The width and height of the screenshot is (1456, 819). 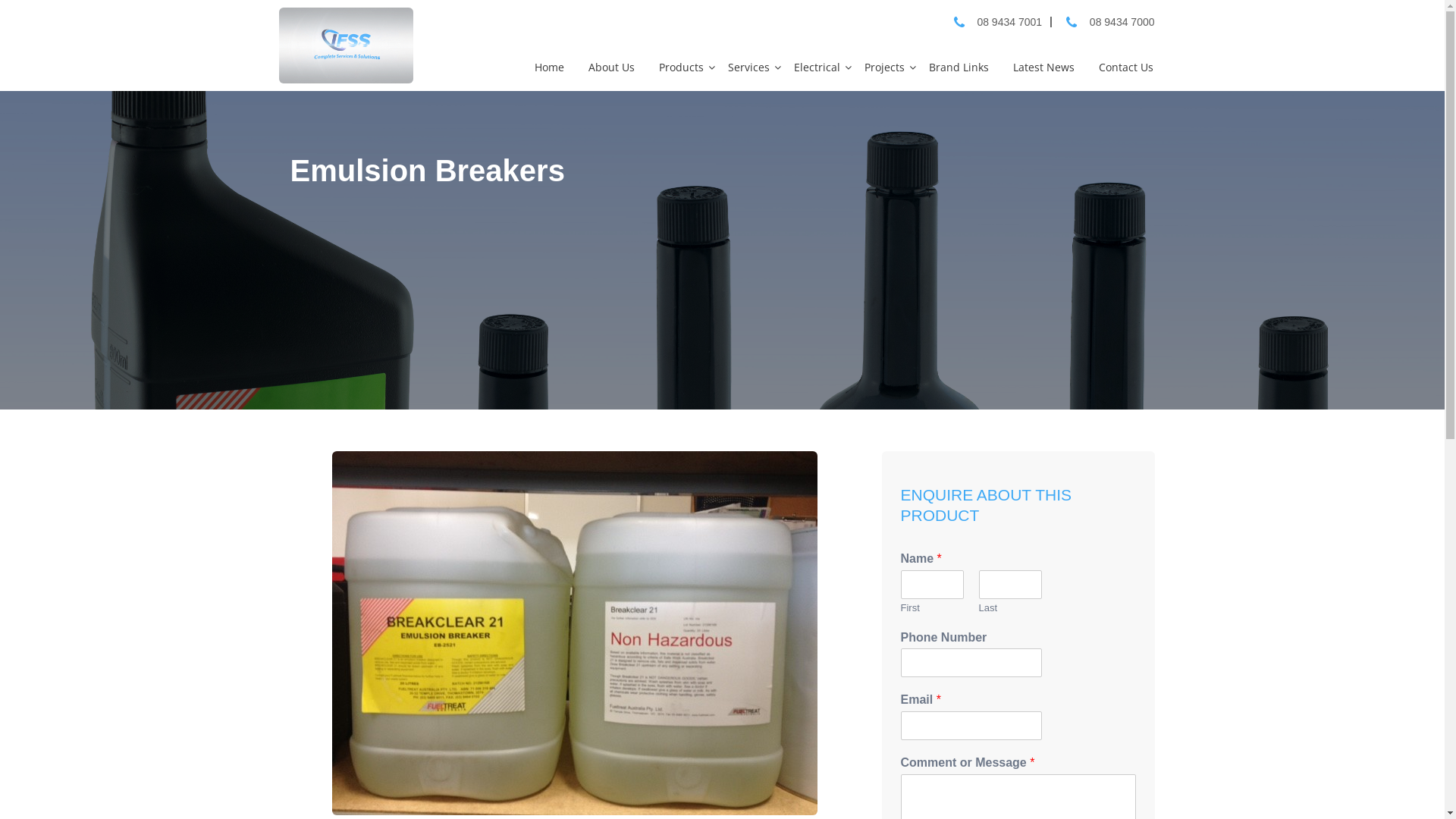 What do you see at coordinates (748, 66) in the screenshot?
I see `'Services'` at bounding box center [748, 66].